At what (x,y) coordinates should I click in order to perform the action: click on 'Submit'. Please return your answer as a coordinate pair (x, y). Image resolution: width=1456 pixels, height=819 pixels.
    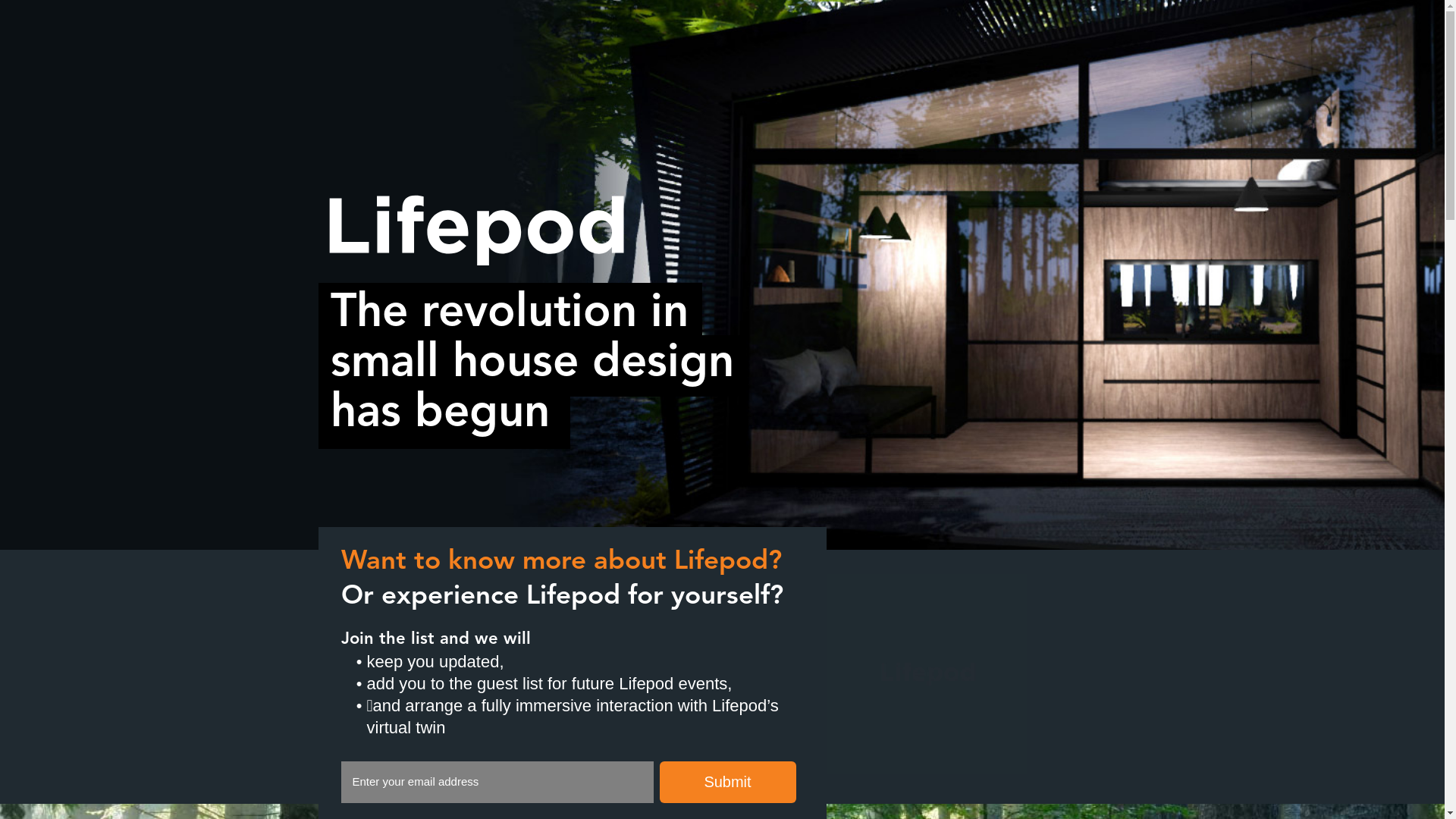
    Looking at the image, I should click on (728, 782).